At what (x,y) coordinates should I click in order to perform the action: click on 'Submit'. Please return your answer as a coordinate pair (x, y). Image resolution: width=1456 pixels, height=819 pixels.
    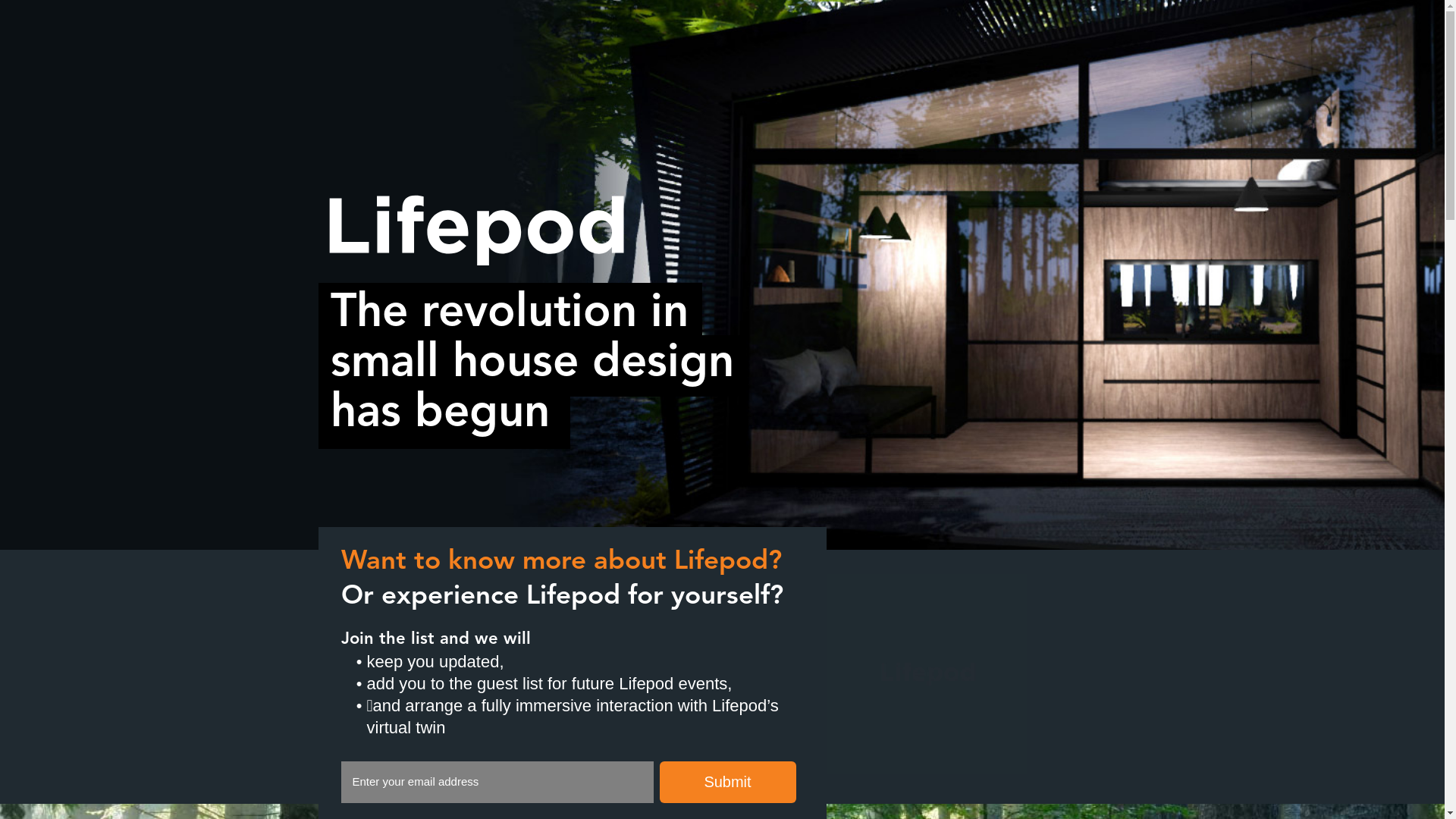
    Looking at the image, I should click on (728, 782).